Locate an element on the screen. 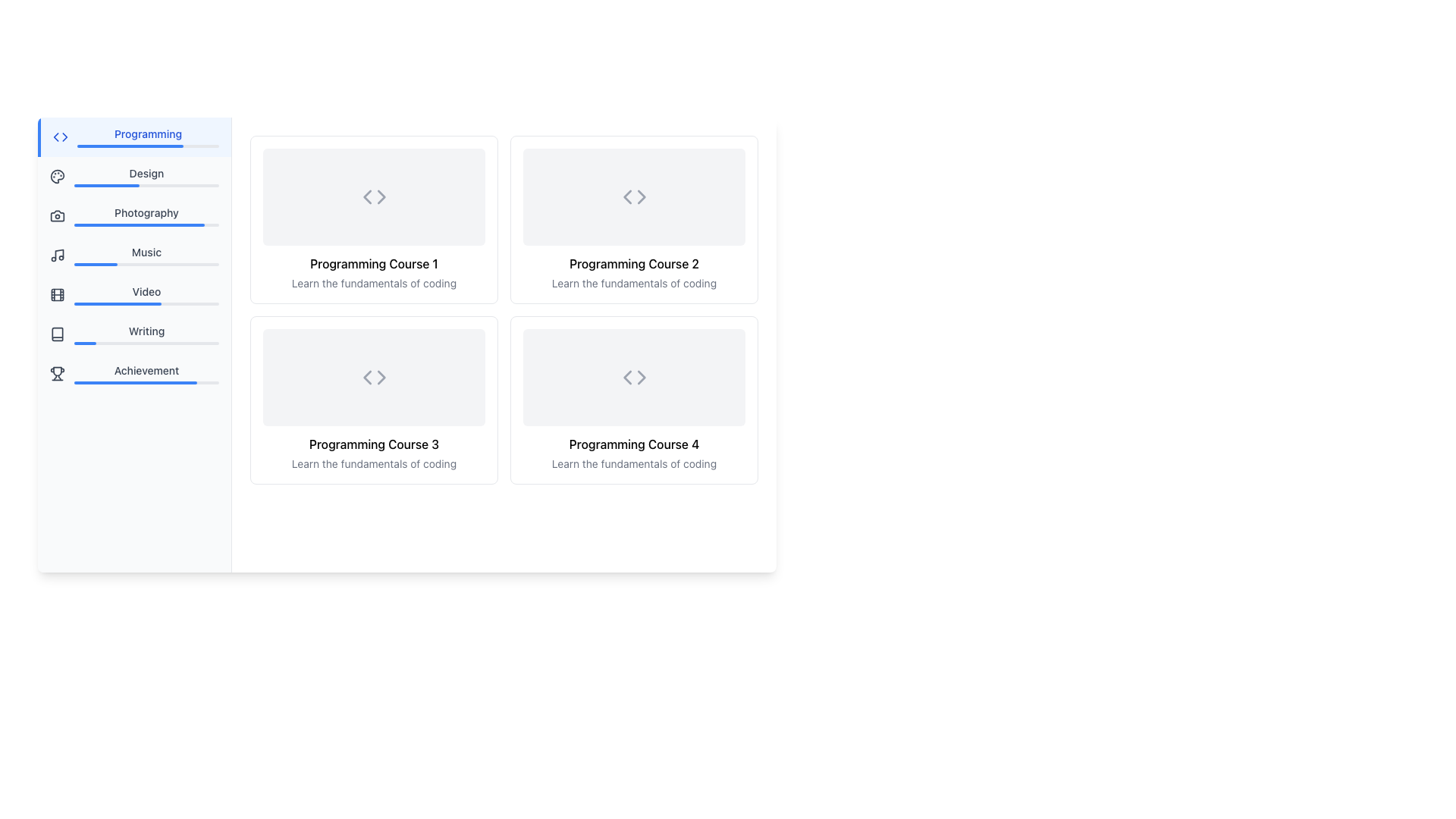 The image size is (1456, 819). the left arrow icon in the lower-left corner of the 'Programming Course 3' layout card, which is an SVG graphic indicating navigation or a previous action is located at coordinates (367, 376).